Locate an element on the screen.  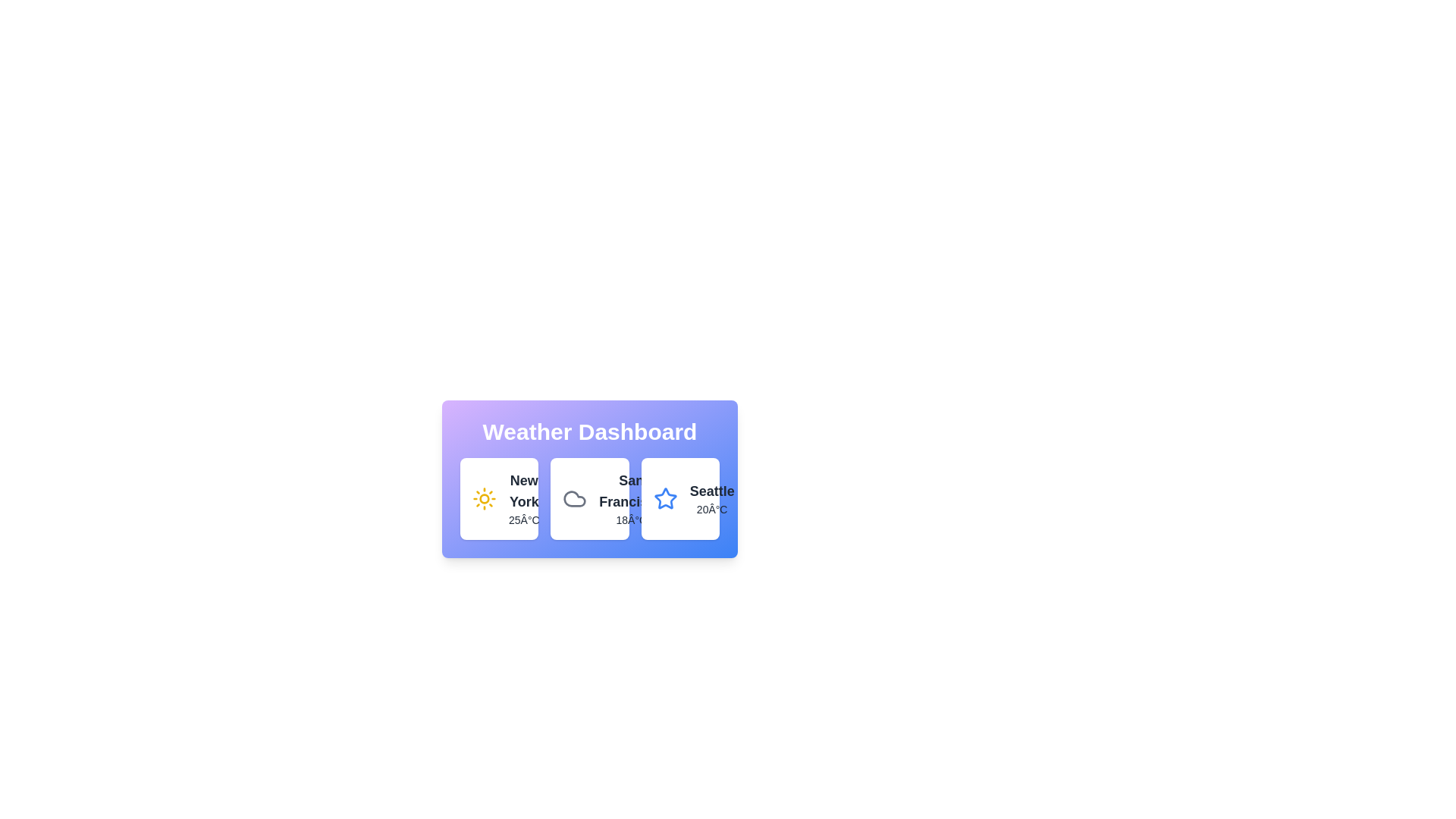
the cloud-shaped icon styled in gray, located in the bottom-right corner of the dashboard representing Seattle's weather information is located at coordinates (574, 499).